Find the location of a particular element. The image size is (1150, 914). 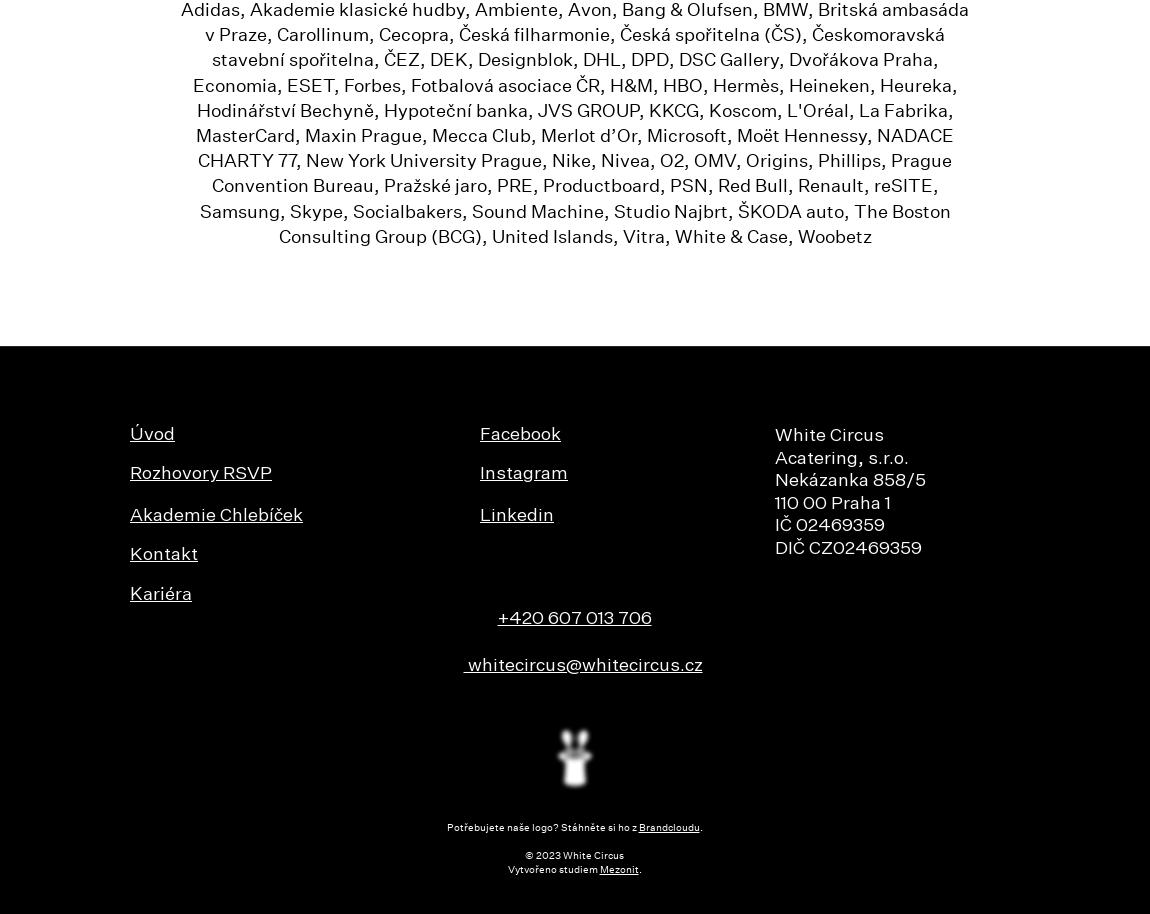

'Nekázanka 858/5' is located at coordinates (849, 481).